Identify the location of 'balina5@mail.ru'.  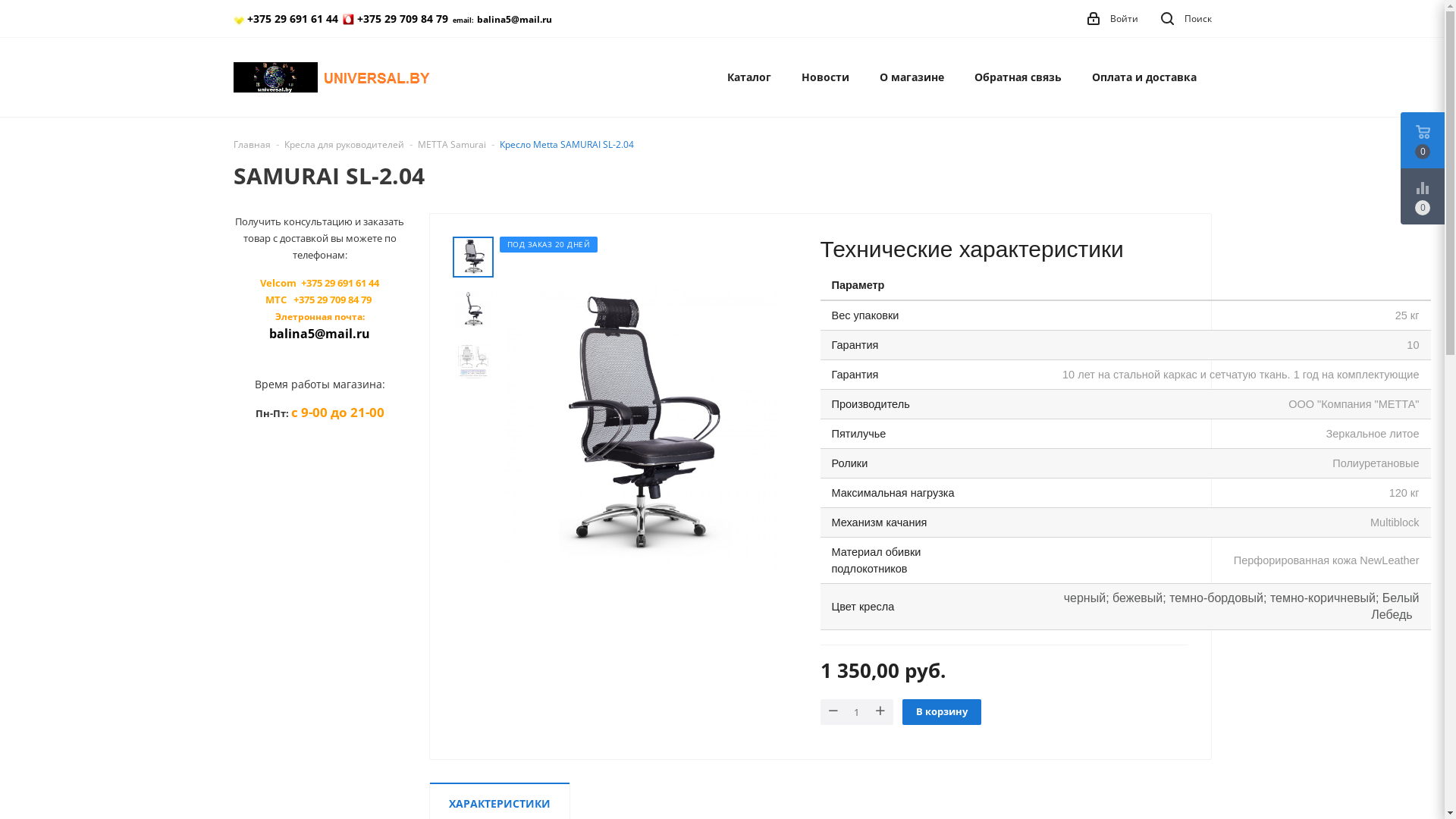
(318, 332).